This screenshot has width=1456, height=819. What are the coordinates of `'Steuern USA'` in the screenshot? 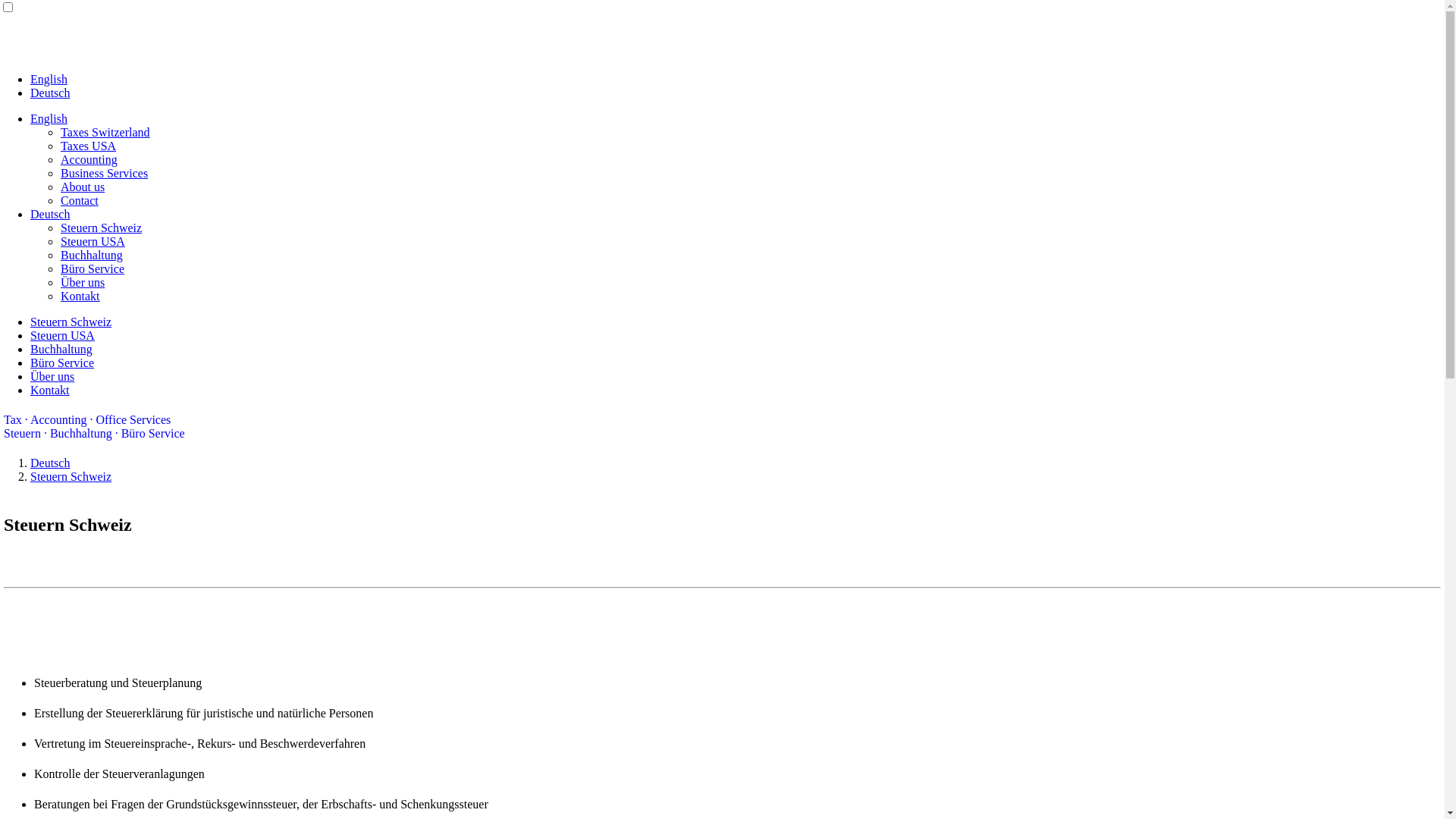 It's located at (61, 334).